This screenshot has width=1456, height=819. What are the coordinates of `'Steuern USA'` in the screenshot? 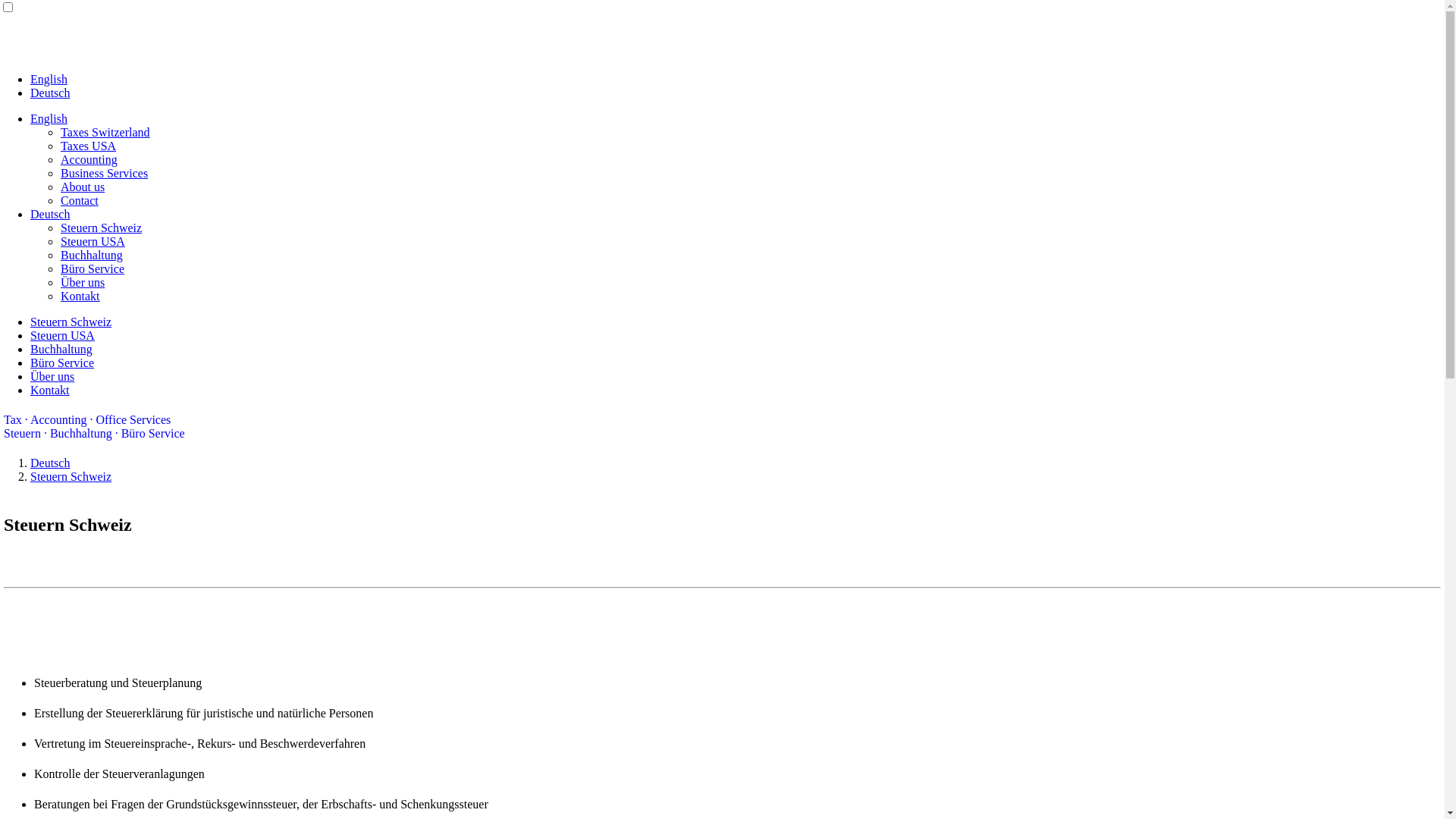 It's located at (61, 334).